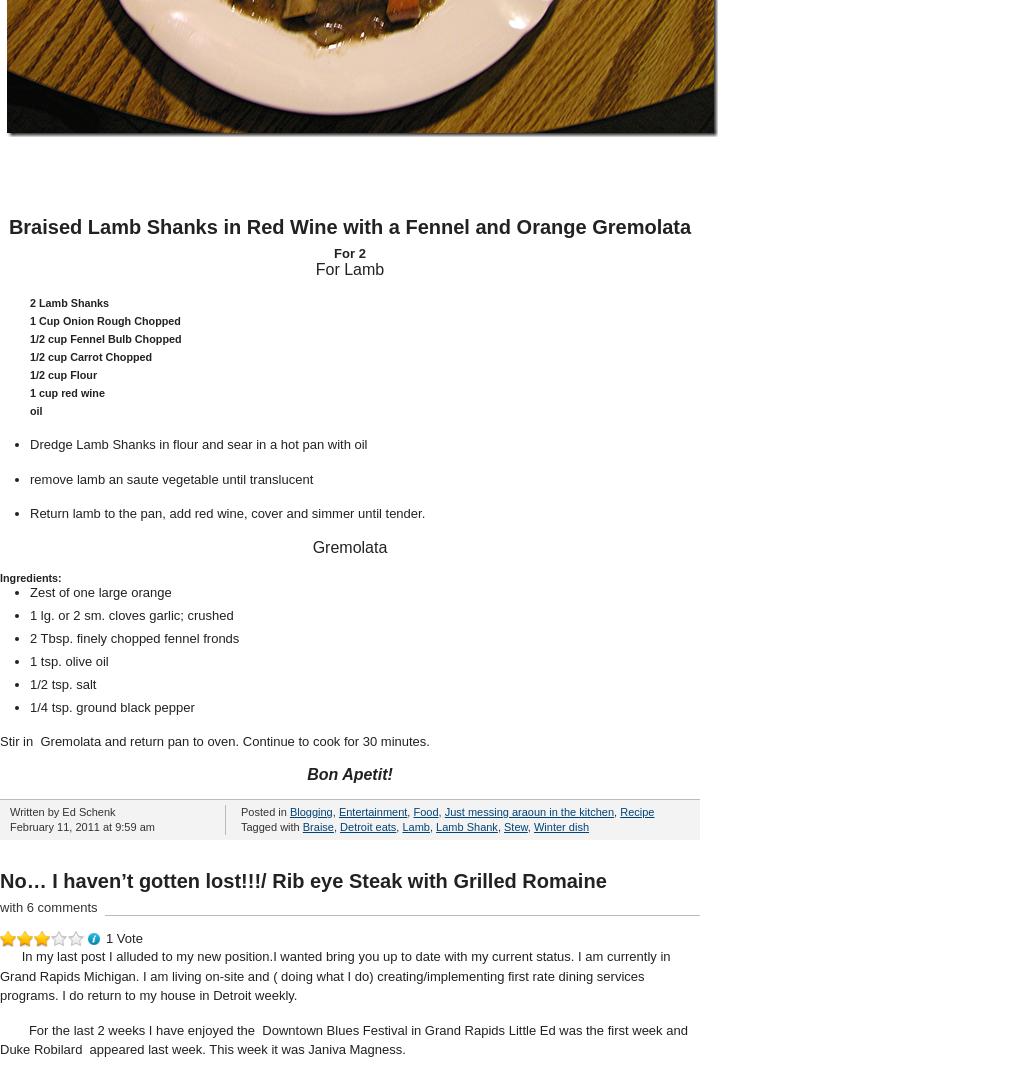 Image resolution: width=1028 pixels, height=1077 pixels. Describe the element at coordinates (30, 660) in the screenshot. I see `'1 tsp. olive oil'` at that location.